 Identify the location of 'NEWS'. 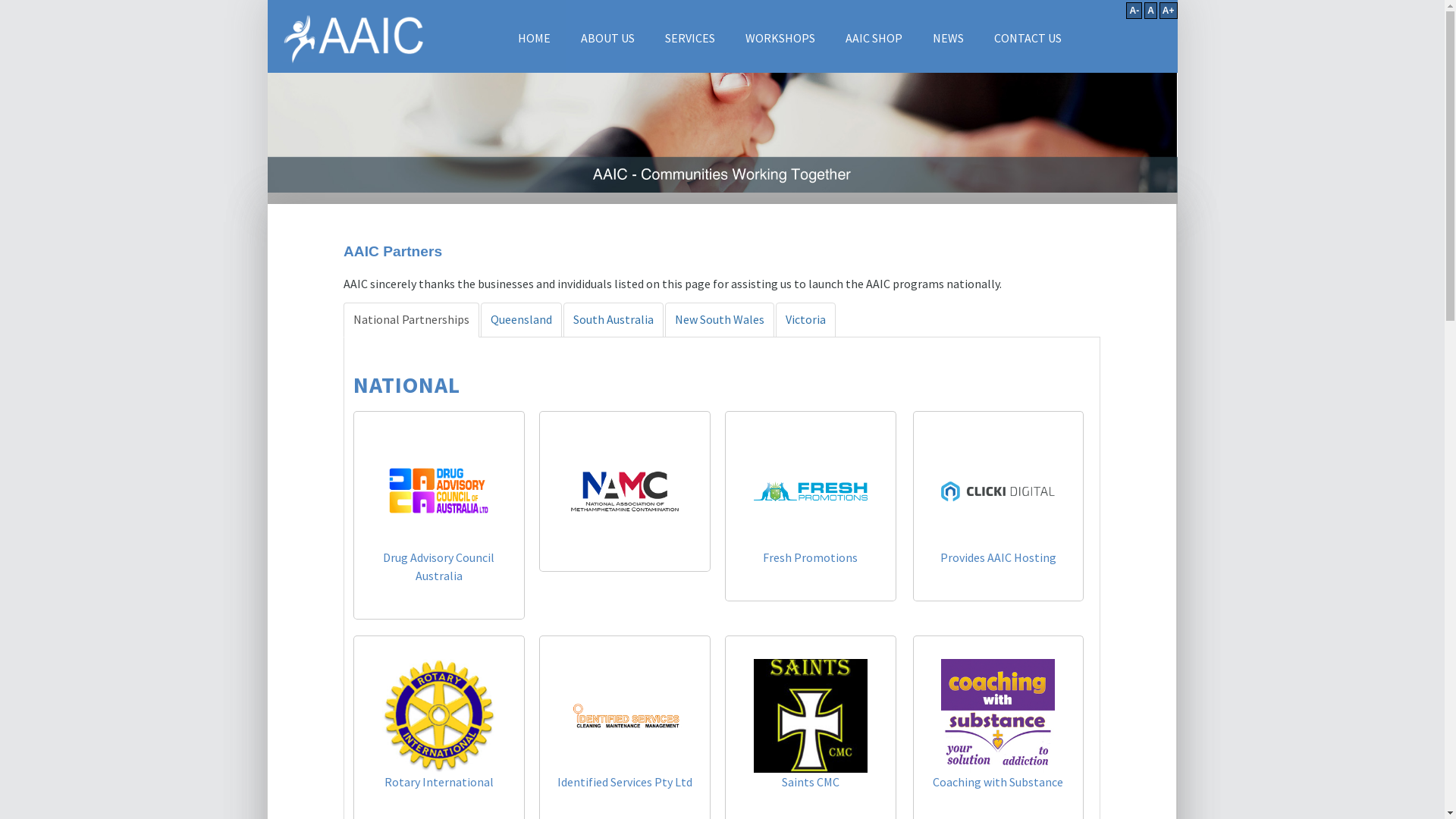
(947, 37).